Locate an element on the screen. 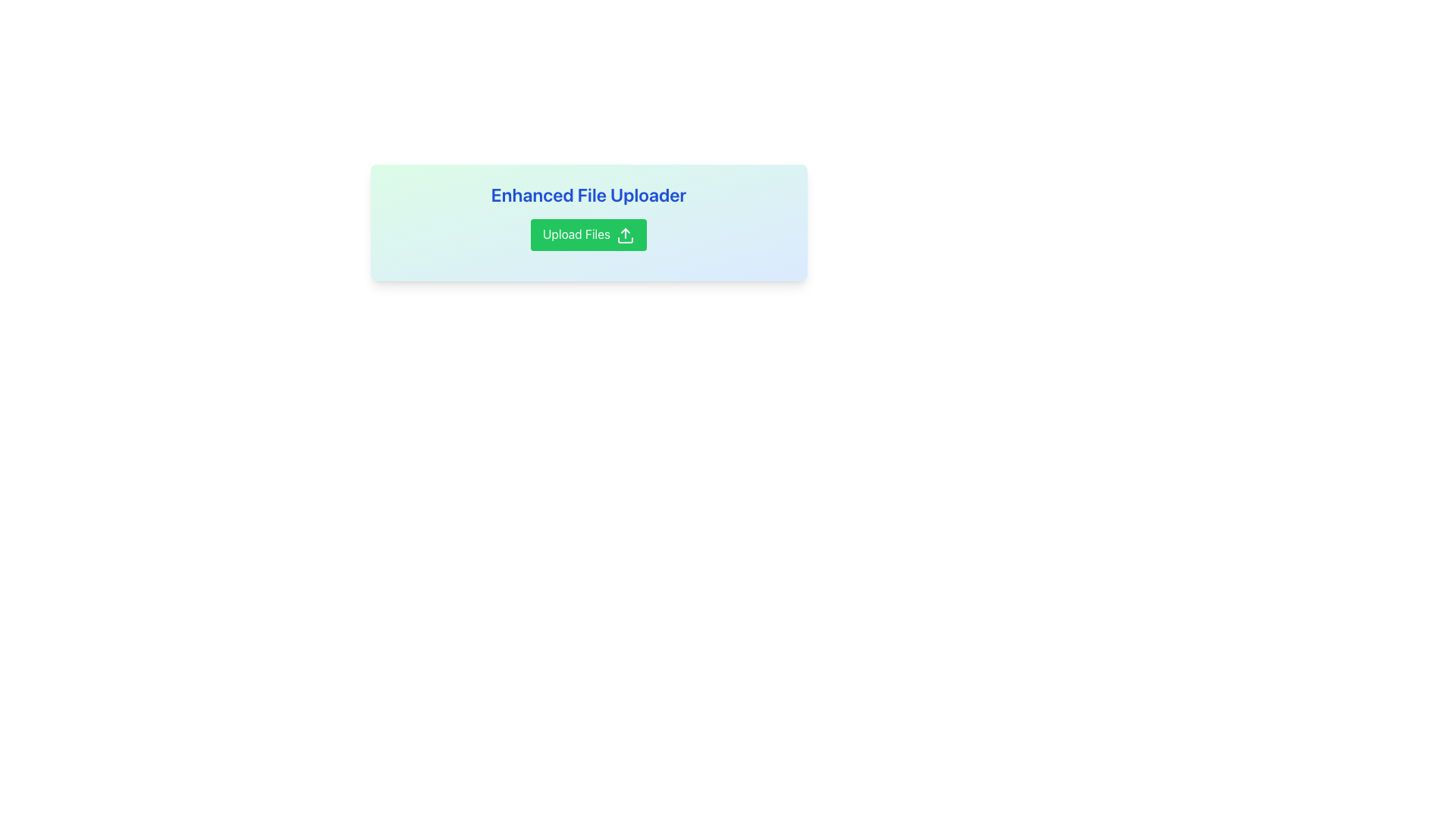 This screenshot has width=1456, height=819. the upload icon located within the green button labeled 'Upload Files', which features an outlined upward arrow and a semi-circular base is located at coordinates (626, 235).